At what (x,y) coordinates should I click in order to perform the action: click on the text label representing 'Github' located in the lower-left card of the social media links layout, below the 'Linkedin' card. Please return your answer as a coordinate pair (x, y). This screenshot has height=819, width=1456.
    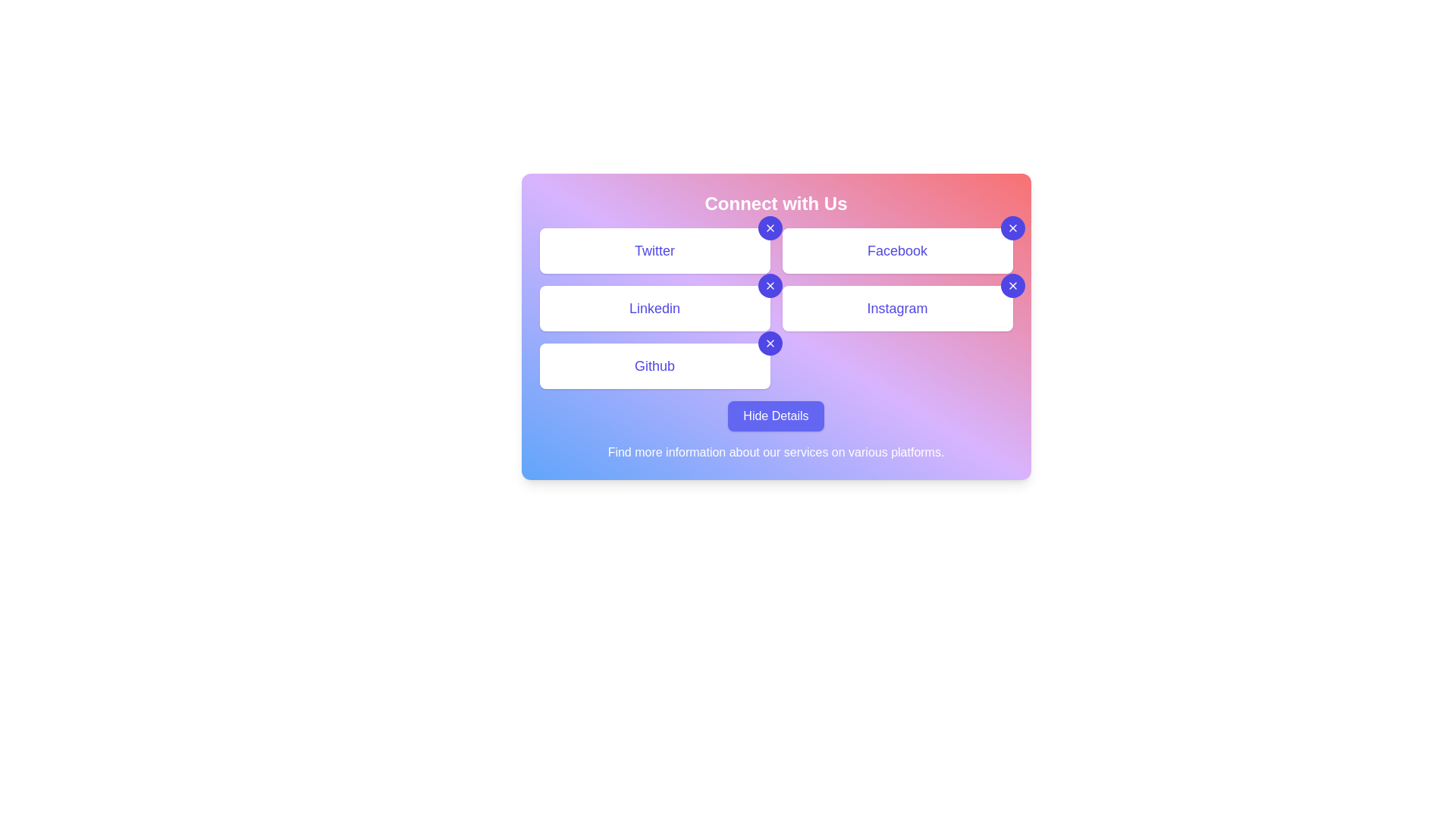
    Looking at the image, I should click on (654, 366).